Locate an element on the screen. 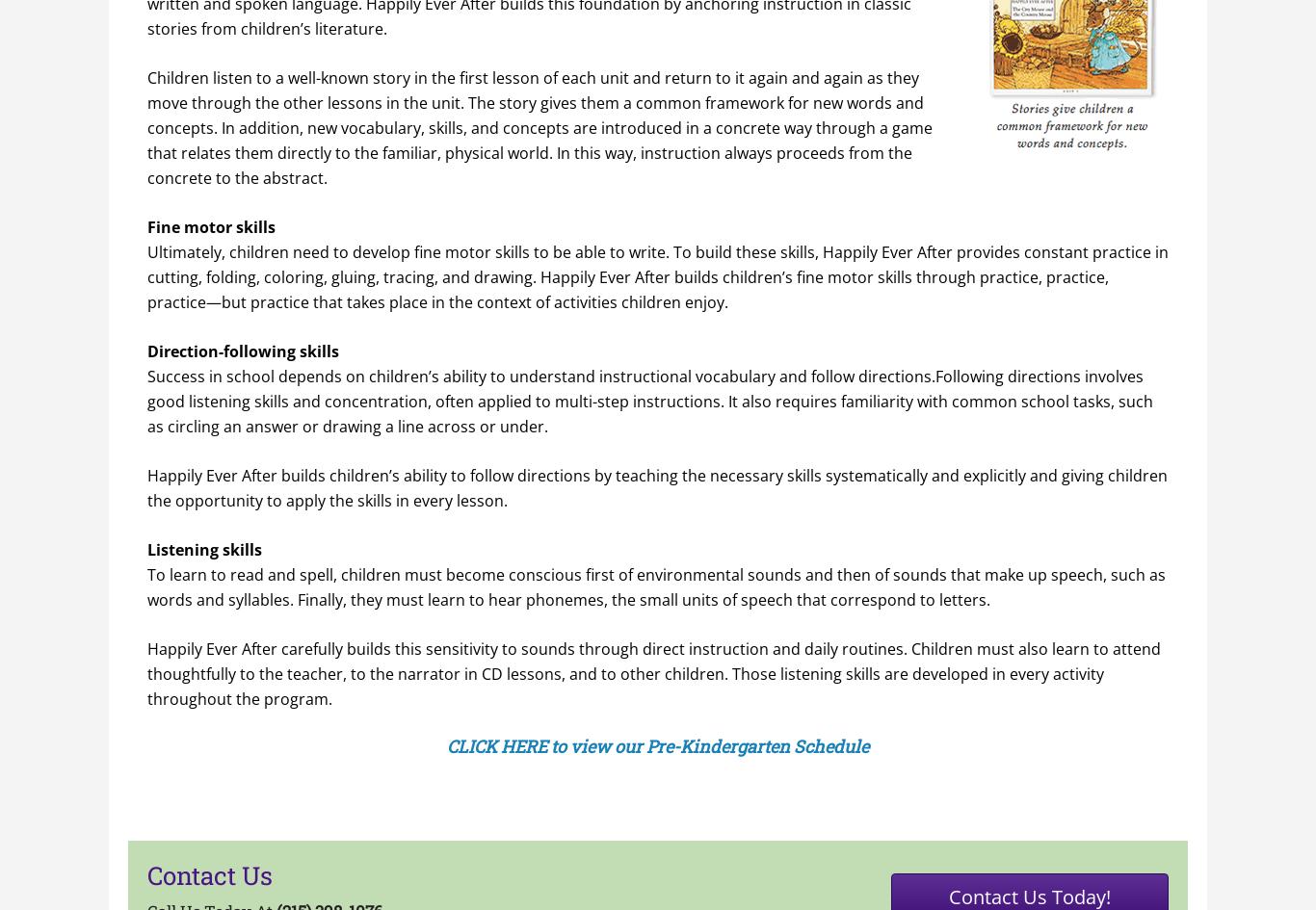  'Children listen to a well-known story in the first lesson of each unit and return to it again and again as they move through the other lessons in the unit. The story gives them a common framework for new words and concepts. In addition, new vocabulary, skills, and concepts are introduced in a concrete way through a game that relates them directly to the familiar, physical world. In this way, instruction always proceeds from the concrete to the abstract.' is located at coordinates (540, 126).